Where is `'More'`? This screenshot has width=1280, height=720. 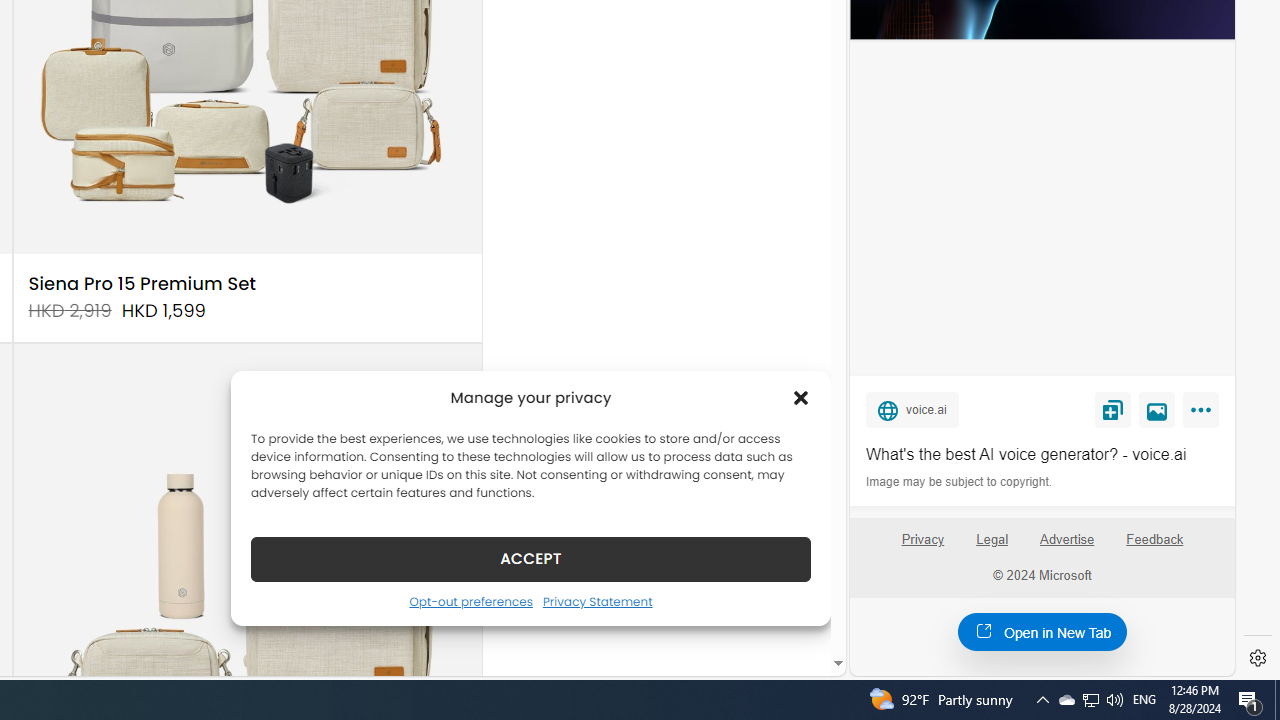
'More' is located at coordinates (1203, 412).